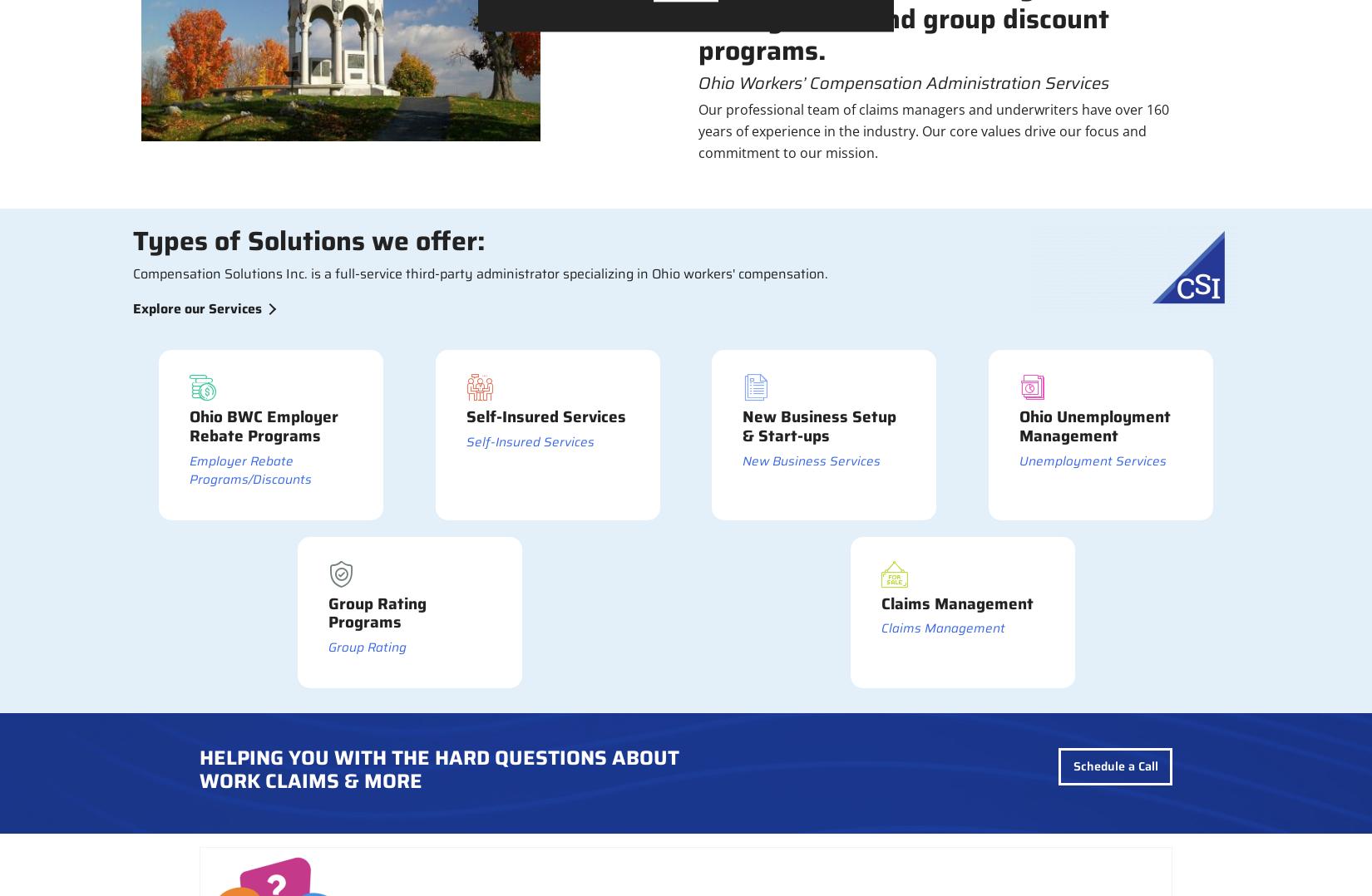 The image size is (1372, 896). Describe the element at coordinates (200, 768) in the screenshot. I see `'HELPING YOU WITH THE HARD QUESTIONS ABOUT WORK CLAIMS & MORE'` at that location.